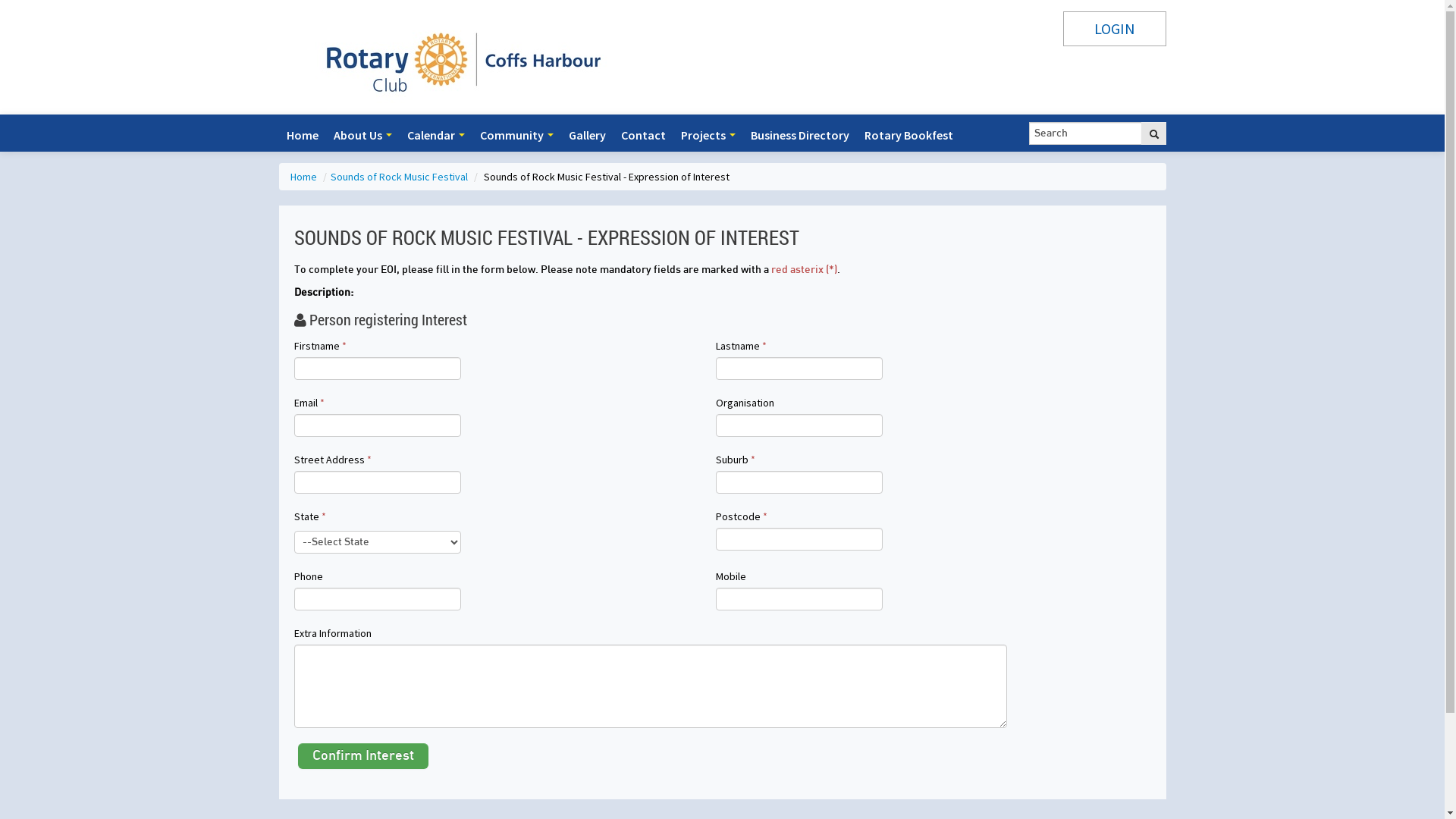 The width and height of the screenshot is (1456, 819). I want to click on 'Sounds of Rock Music Festival', so click(400, 175).